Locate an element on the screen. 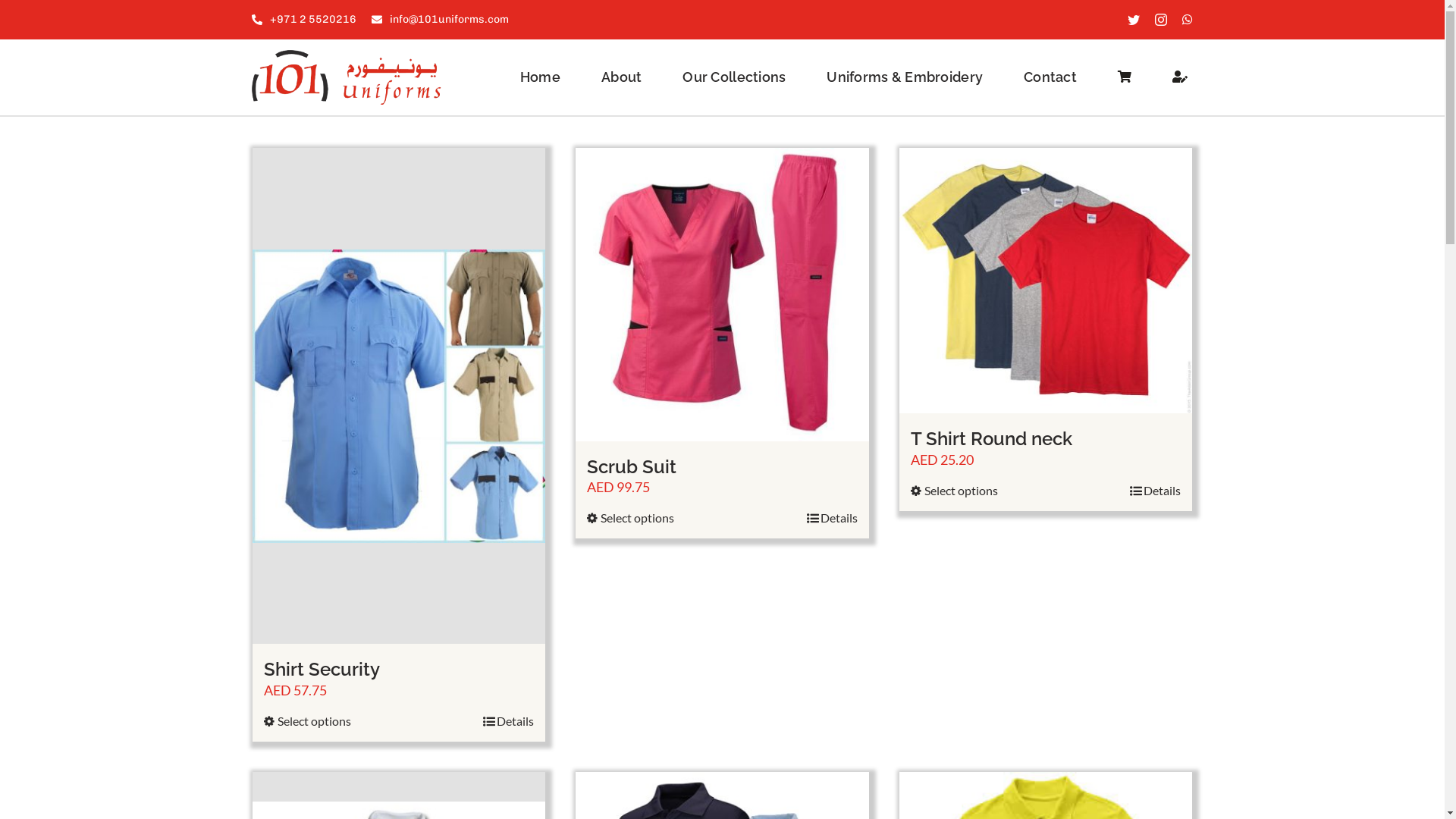 This screenshot has width=1456, height=819. 'info@101uniforms.com' is located at coordinates (371, 20).